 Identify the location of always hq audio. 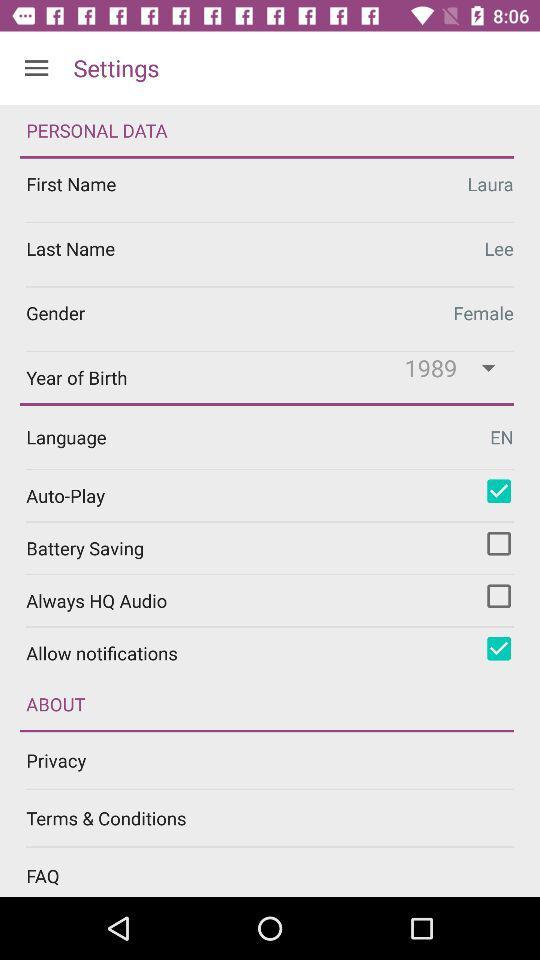
(498, 596).